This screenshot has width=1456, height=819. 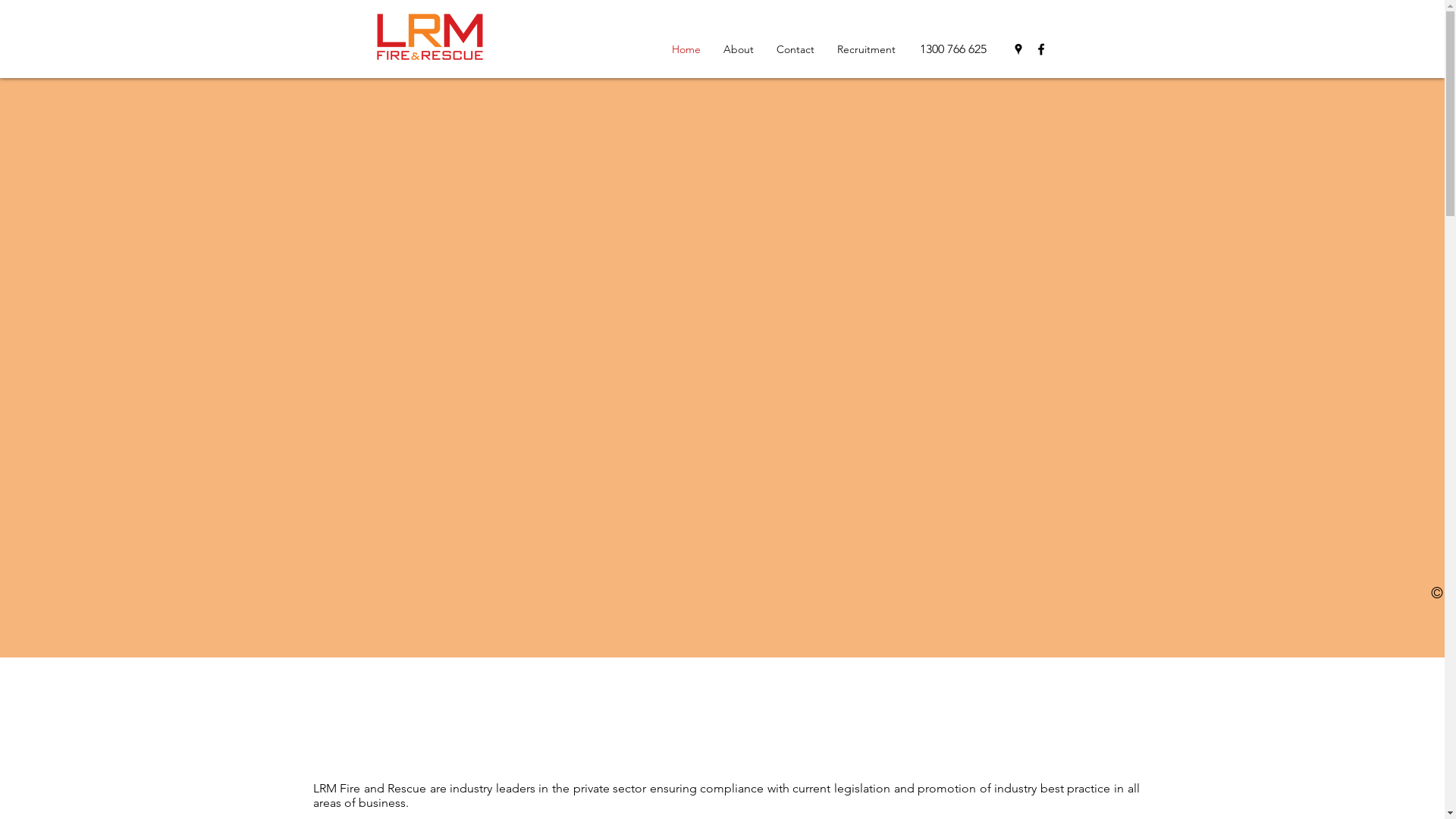 I want to click on 'Home', so click(x=684, y=49).